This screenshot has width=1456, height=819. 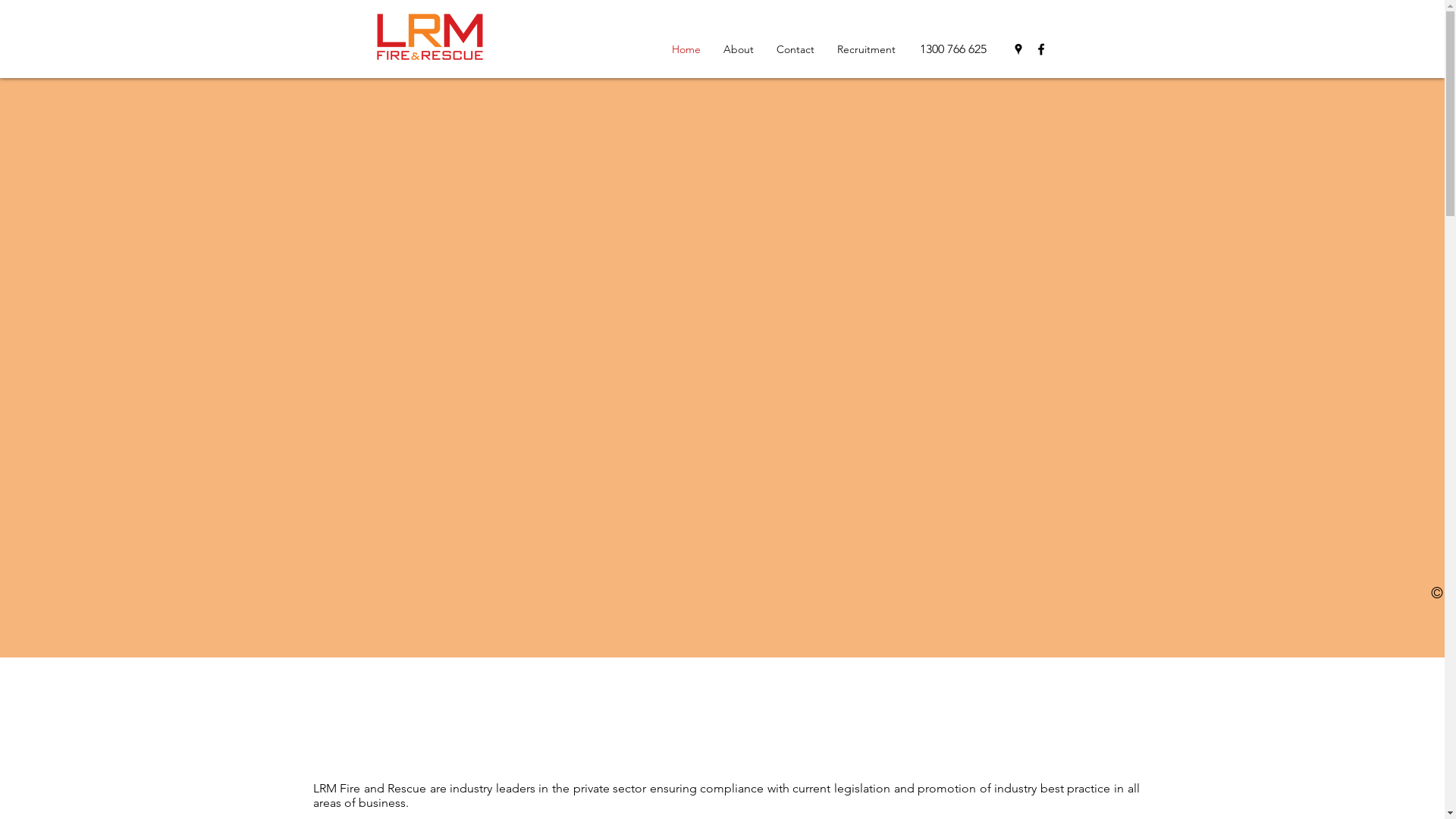 I want to click on 'Home', so click(x=684, y=49).